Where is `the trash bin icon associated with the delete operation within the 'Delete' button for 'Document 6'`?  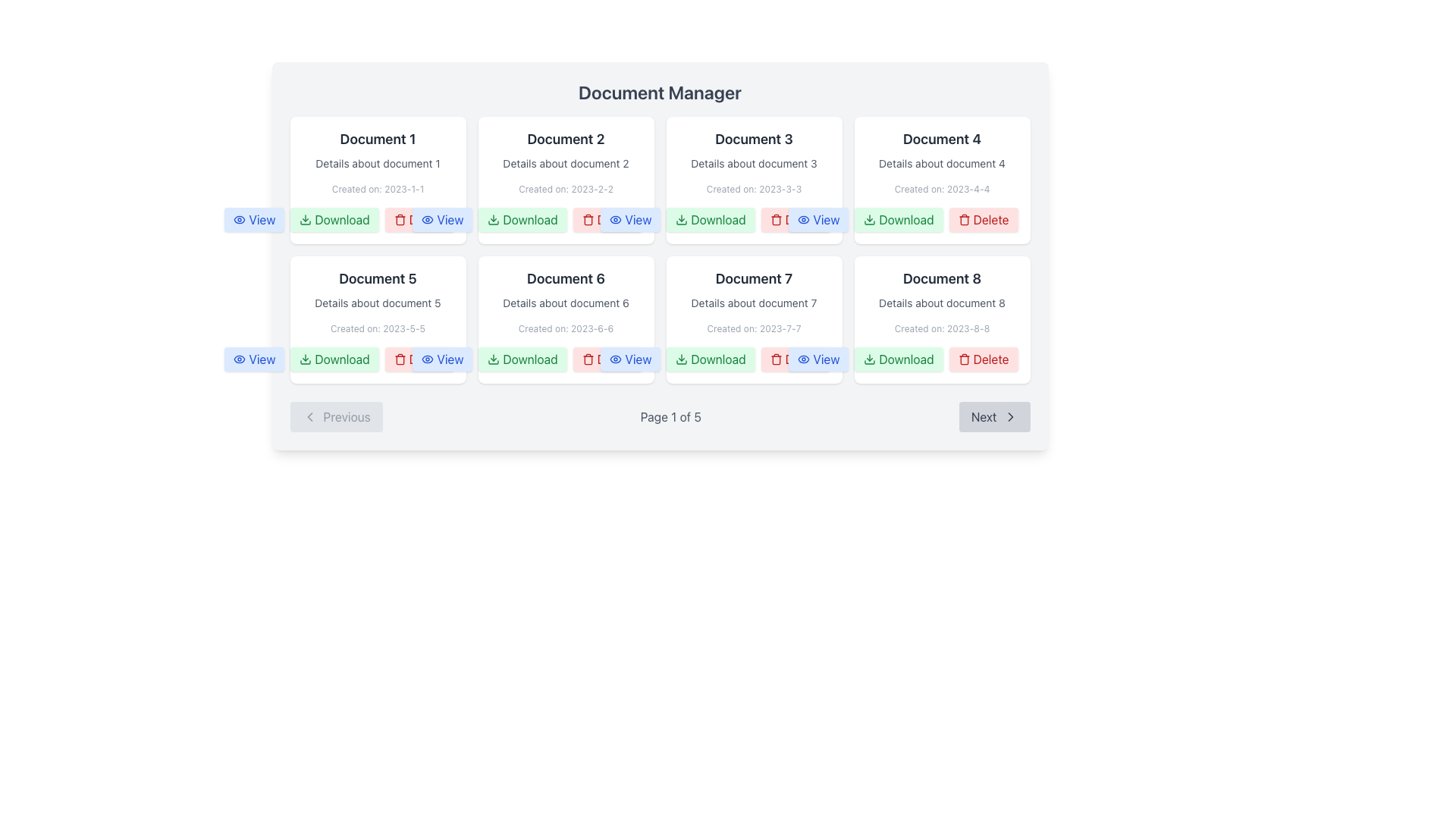
the trash bin icon associated with the delete operation within the 'Delete' button for 'Document 6' is located at coordinates (587, 359).